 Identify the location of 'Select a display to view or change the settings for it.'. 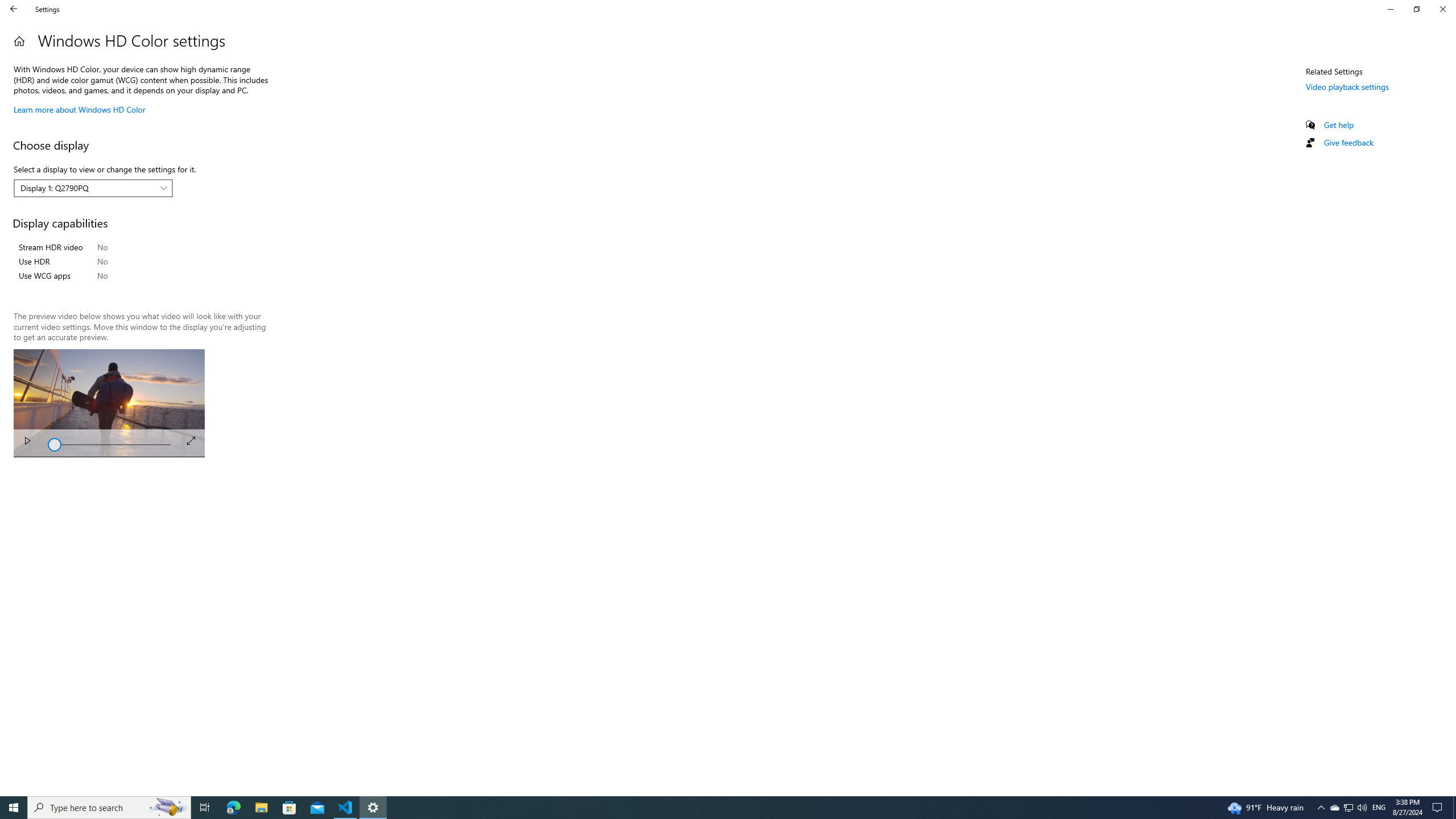
(93, 188).